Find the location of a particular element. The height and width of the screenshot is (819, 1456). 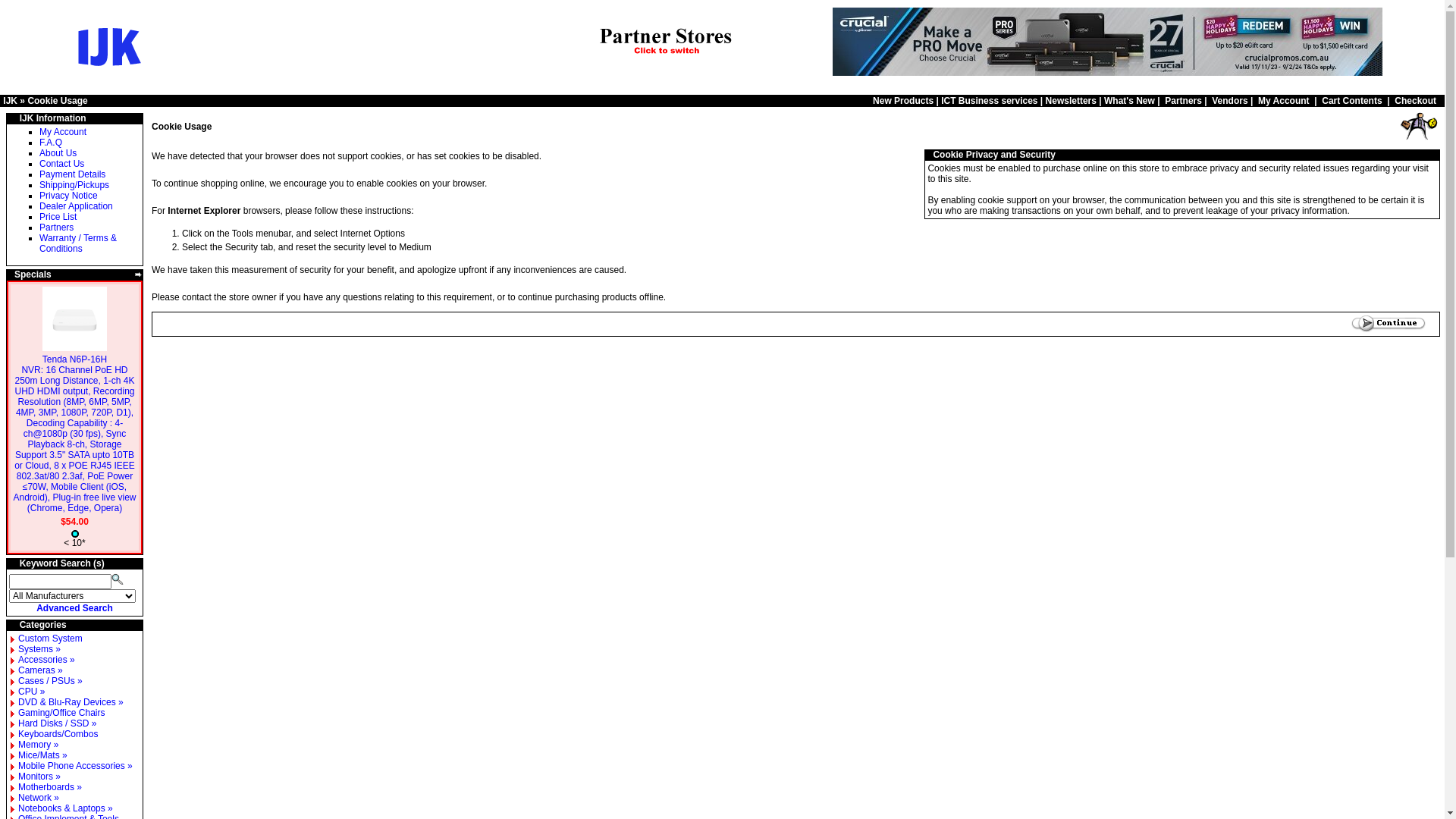

'Vendors' is located at coordinates (1211, 100).